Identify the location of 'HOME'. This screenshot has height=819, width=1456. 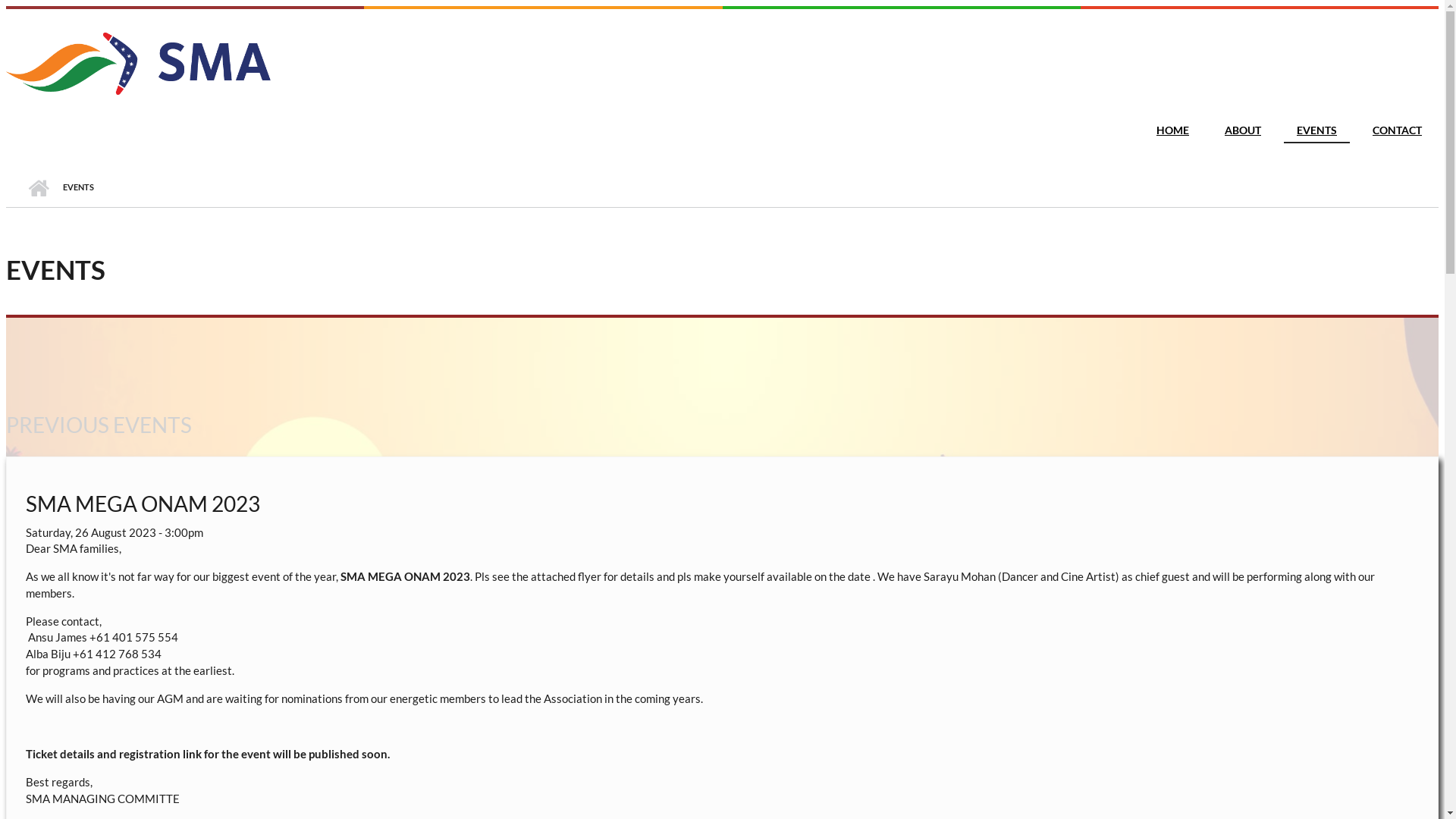
(38, 186).